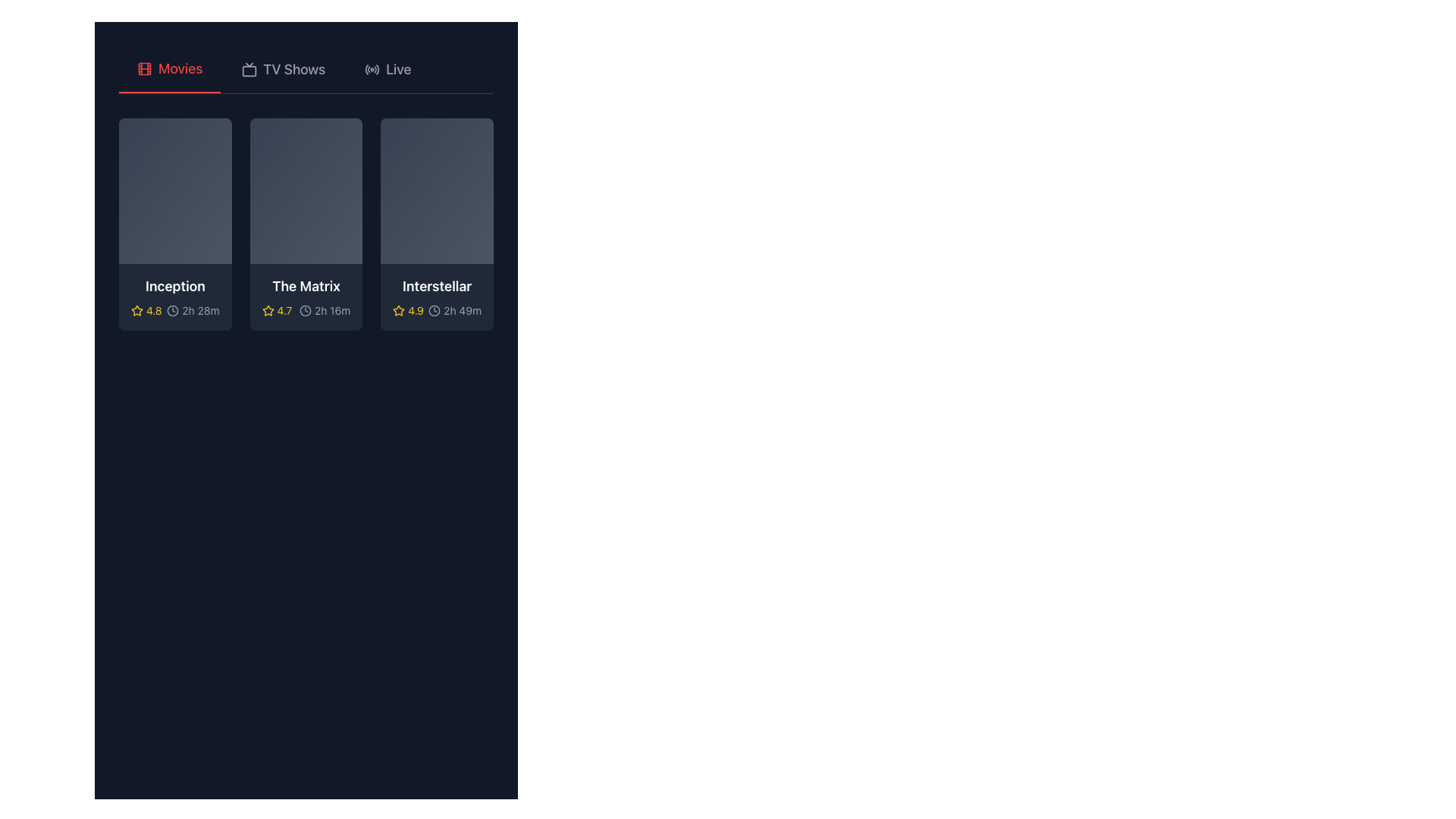 The width and height of the screenshot is (1456, 819). What do you see at coordinates (192, 309) in the screenshot?
I see `the Label with the clock icon that displays '2h 28m', located in the first card item under the 'Movies' category, to the right of the rating '4.8' and below the title 'Inception'` at bounding box center [192, 309].